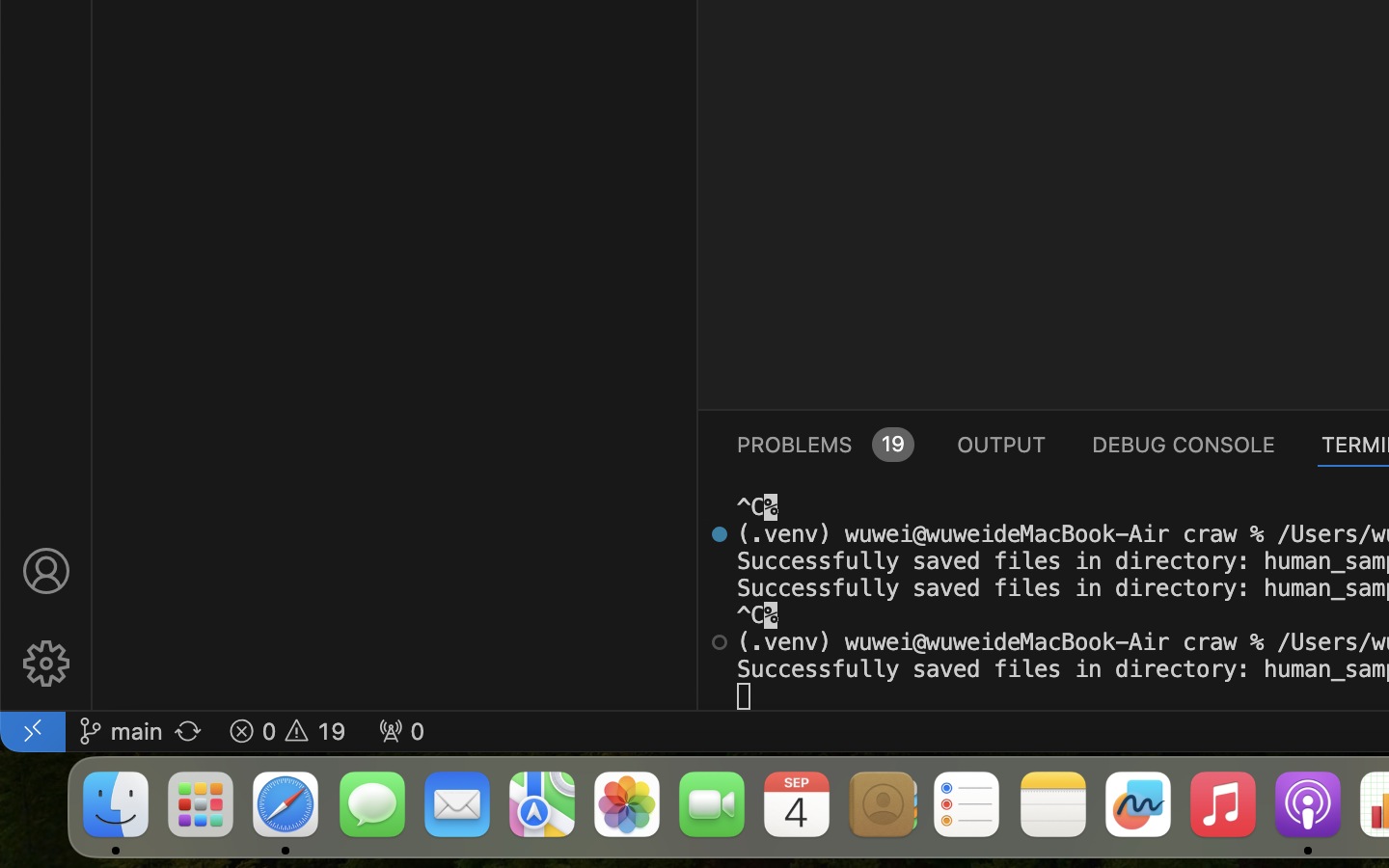 This screenshot has width=1389, height=868. I want to click on ' 0', so click(400, 729).